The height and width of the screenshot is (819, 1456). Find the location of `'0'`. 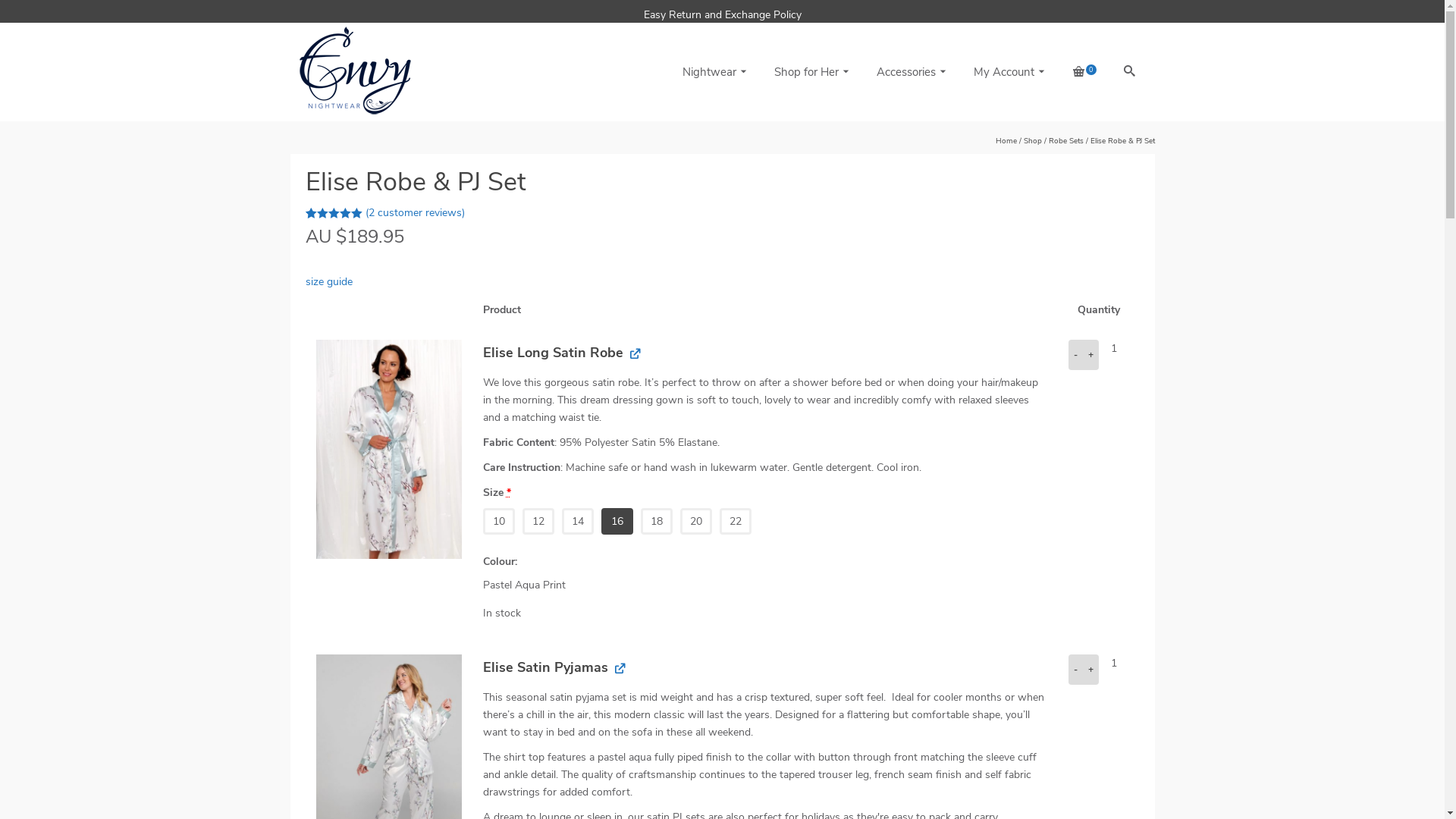

'0' is located at coordinates (1081, 72).